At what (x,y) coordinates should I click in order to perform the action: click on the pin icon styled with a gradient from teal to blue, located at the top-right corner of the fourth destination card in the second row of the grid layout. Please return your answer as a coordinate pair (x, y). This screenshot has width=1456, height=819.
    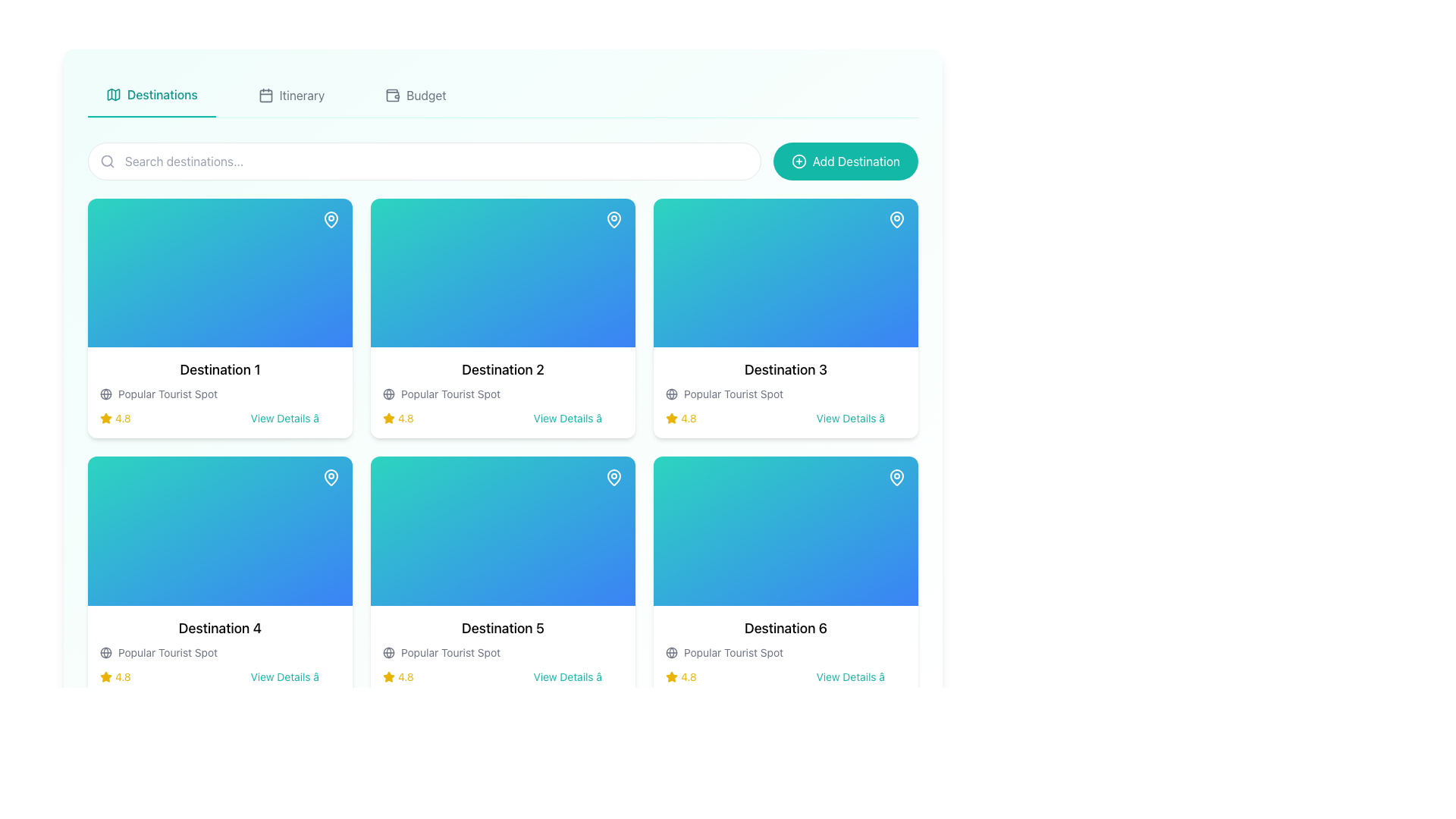
    Looking at the image, I should click on (330, 476).